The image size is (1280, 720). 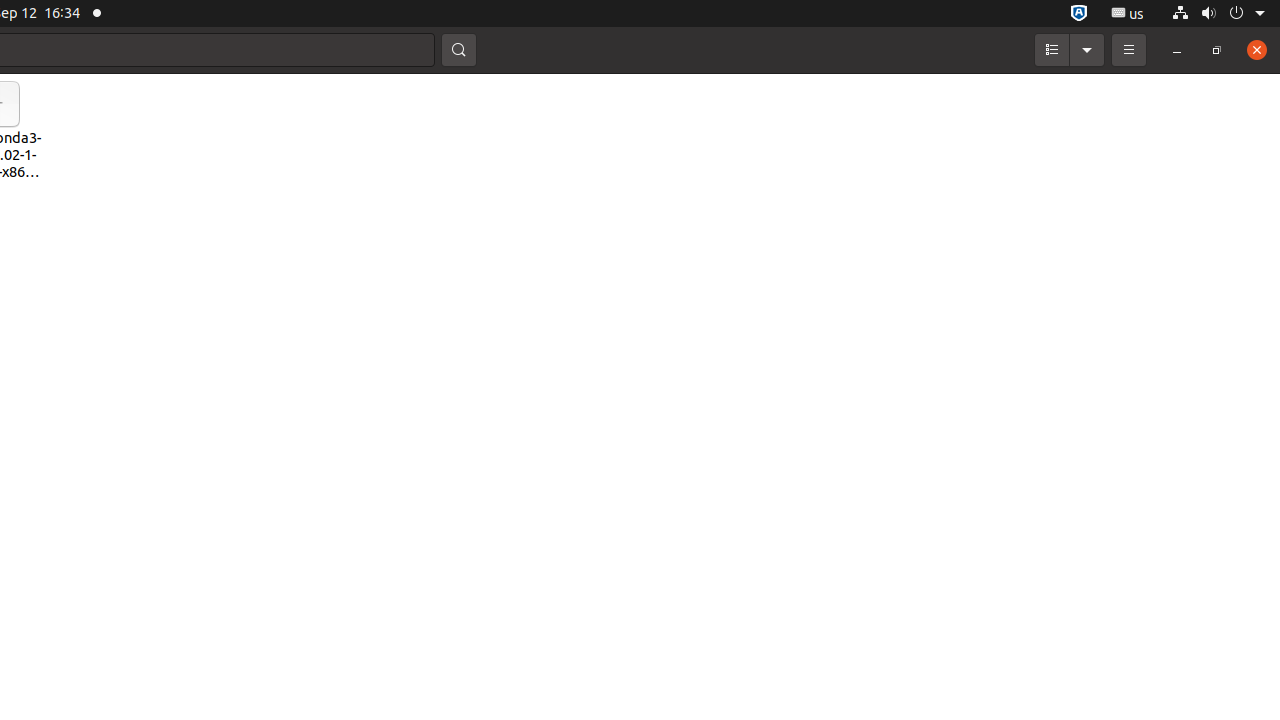 What do you see at coordinates (1176, 48) in the screenshot?
I see `'Minimize'` at bounding box center [1176, 48].